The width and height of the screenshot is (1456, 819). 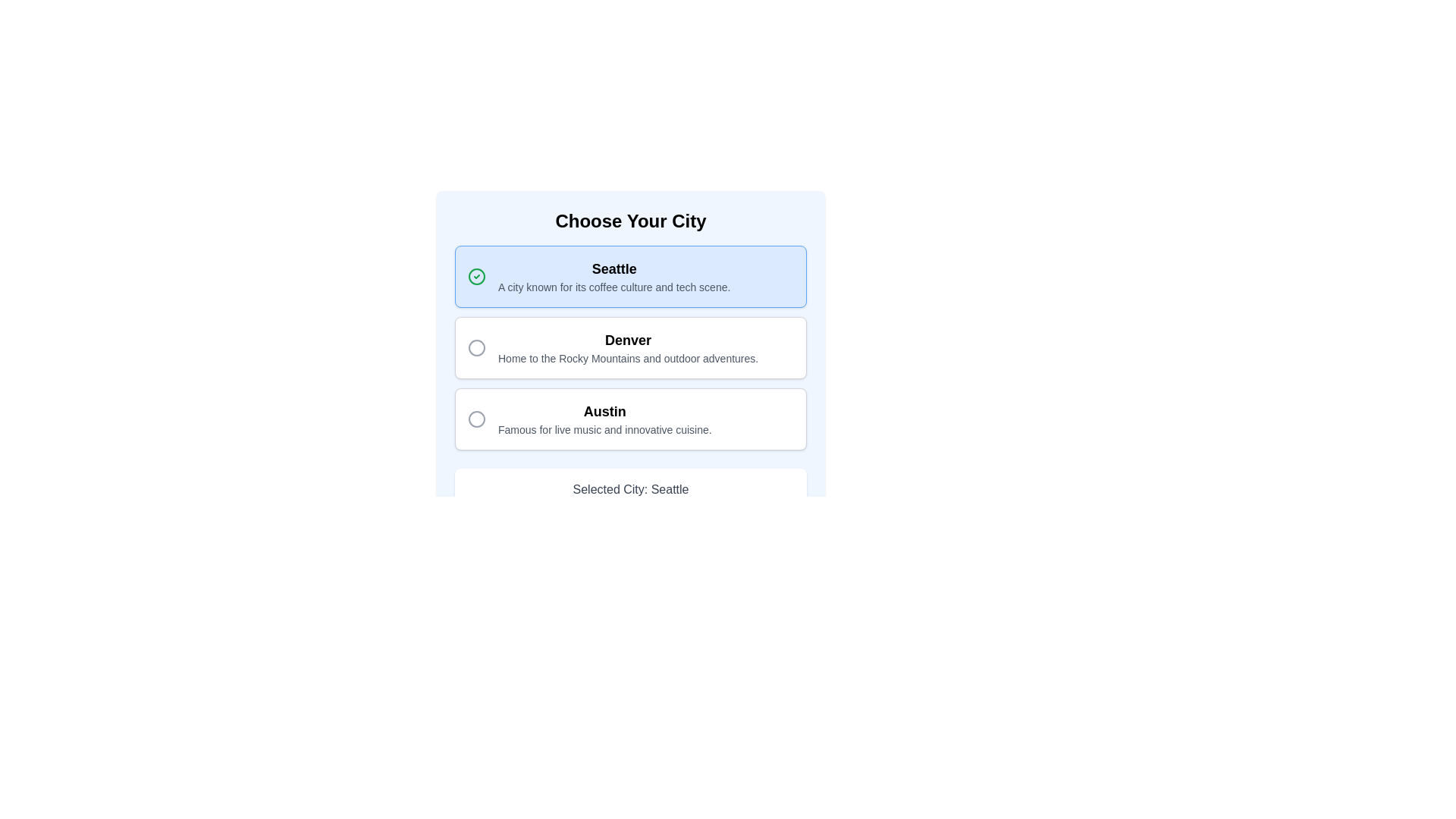 I want to click on the text label element titled 'Seattle', so click(x=614, y=268).